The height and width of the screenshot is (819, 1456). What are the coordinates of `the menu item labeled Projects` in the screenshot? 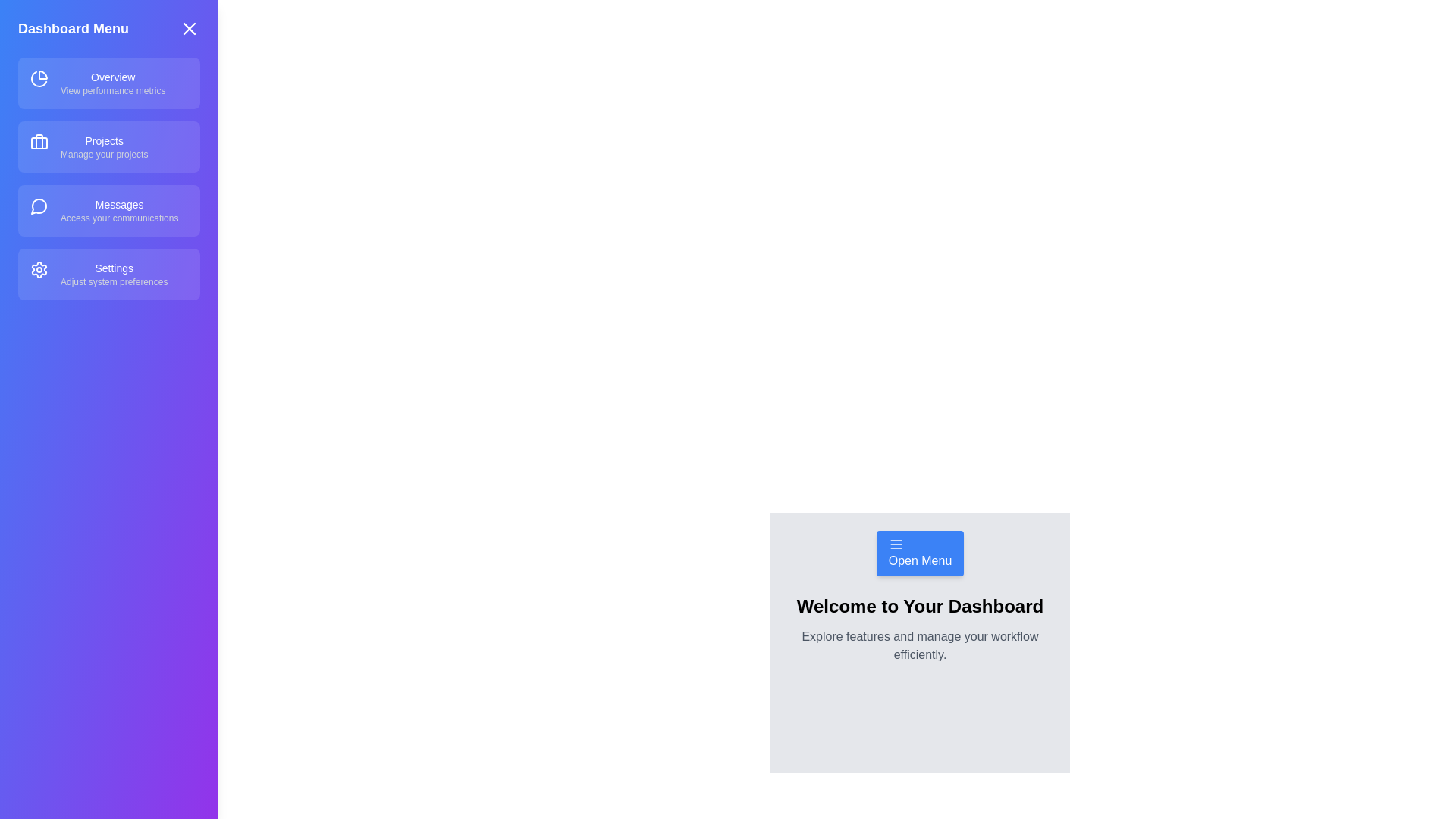 It's located at (108, 146).